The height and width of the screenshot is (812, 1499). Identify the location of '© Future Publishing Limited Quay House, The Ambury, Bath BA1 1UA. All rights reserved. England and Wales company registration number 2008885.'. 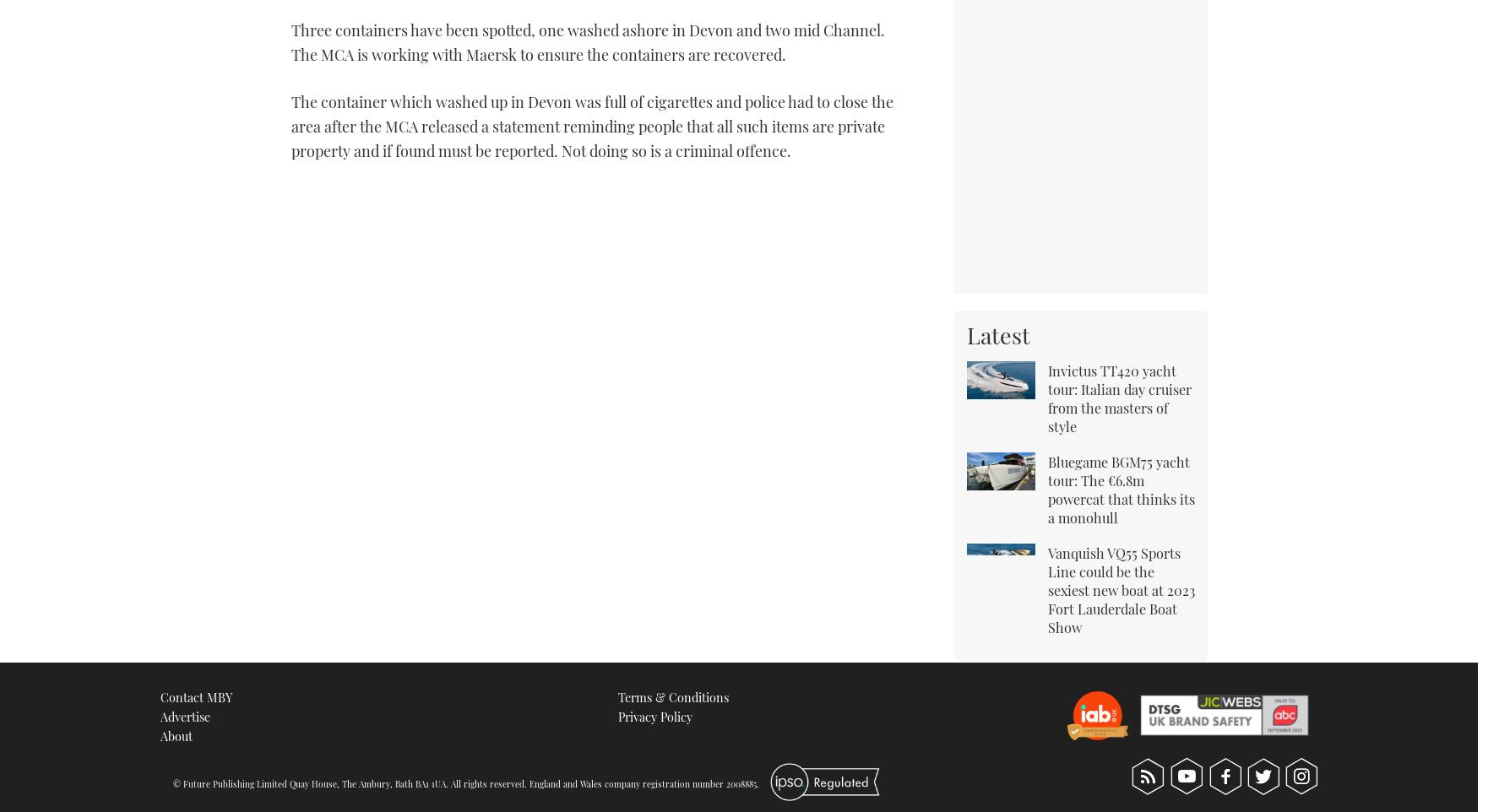
(465, 783).